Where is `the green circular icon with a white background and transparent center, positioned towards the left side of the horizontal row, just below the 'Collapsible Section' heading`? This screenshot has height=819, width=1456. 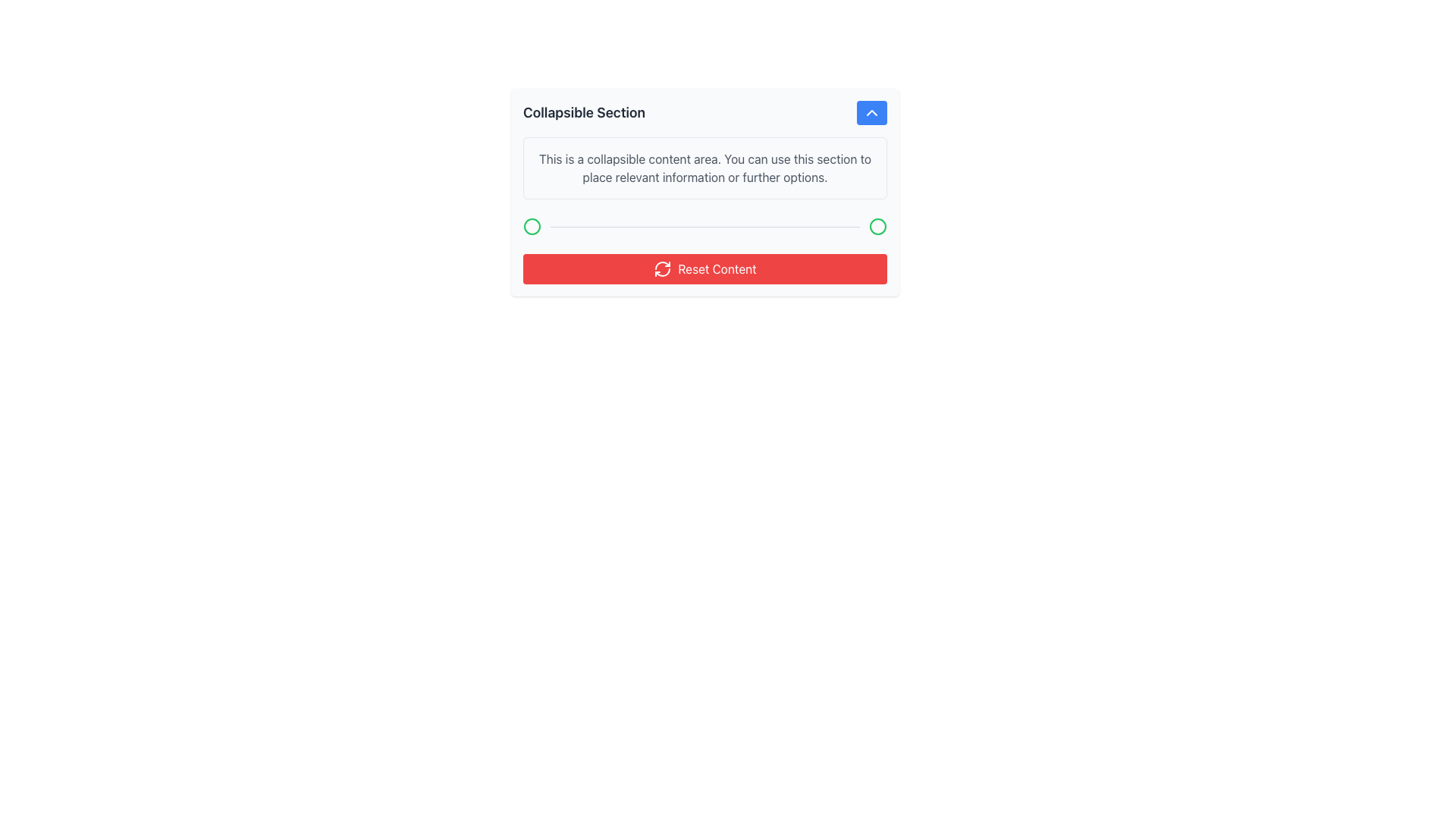
the green circular icon with a white background and transparent center, positioned towards the left side of the horizontal row, just below the 'Collapsible Section' heading is located at coordinates (532, 227).